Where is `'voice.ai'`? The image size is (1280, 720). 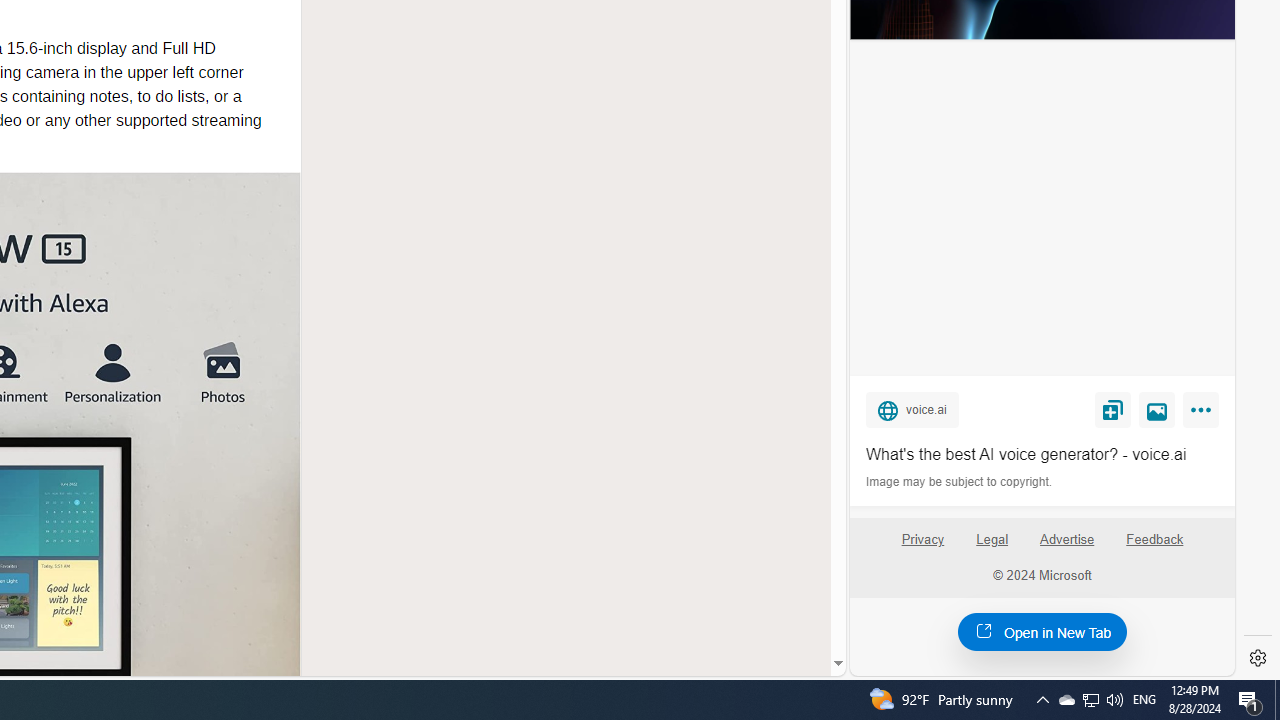 'voice.ai' is located at coordinates (911, 408).